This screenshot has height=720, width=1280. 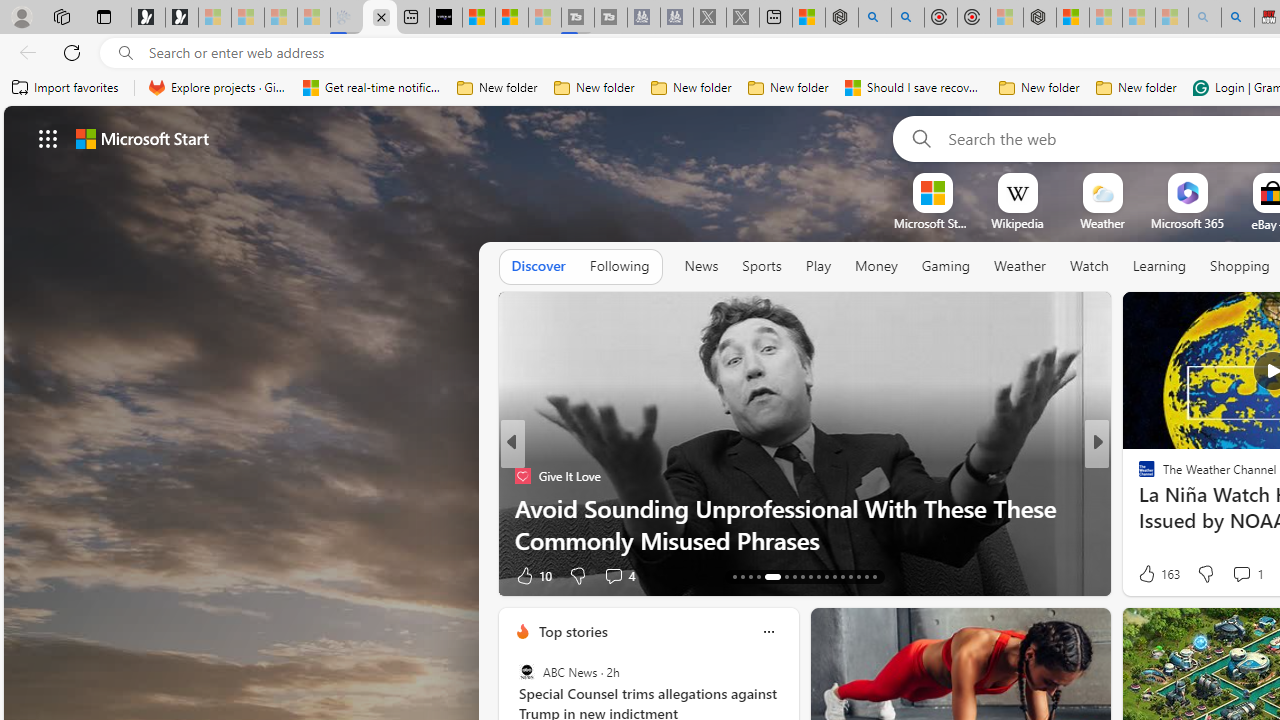 I want to click on 'AutomationID: tab-50', so click(x=850, y=577).